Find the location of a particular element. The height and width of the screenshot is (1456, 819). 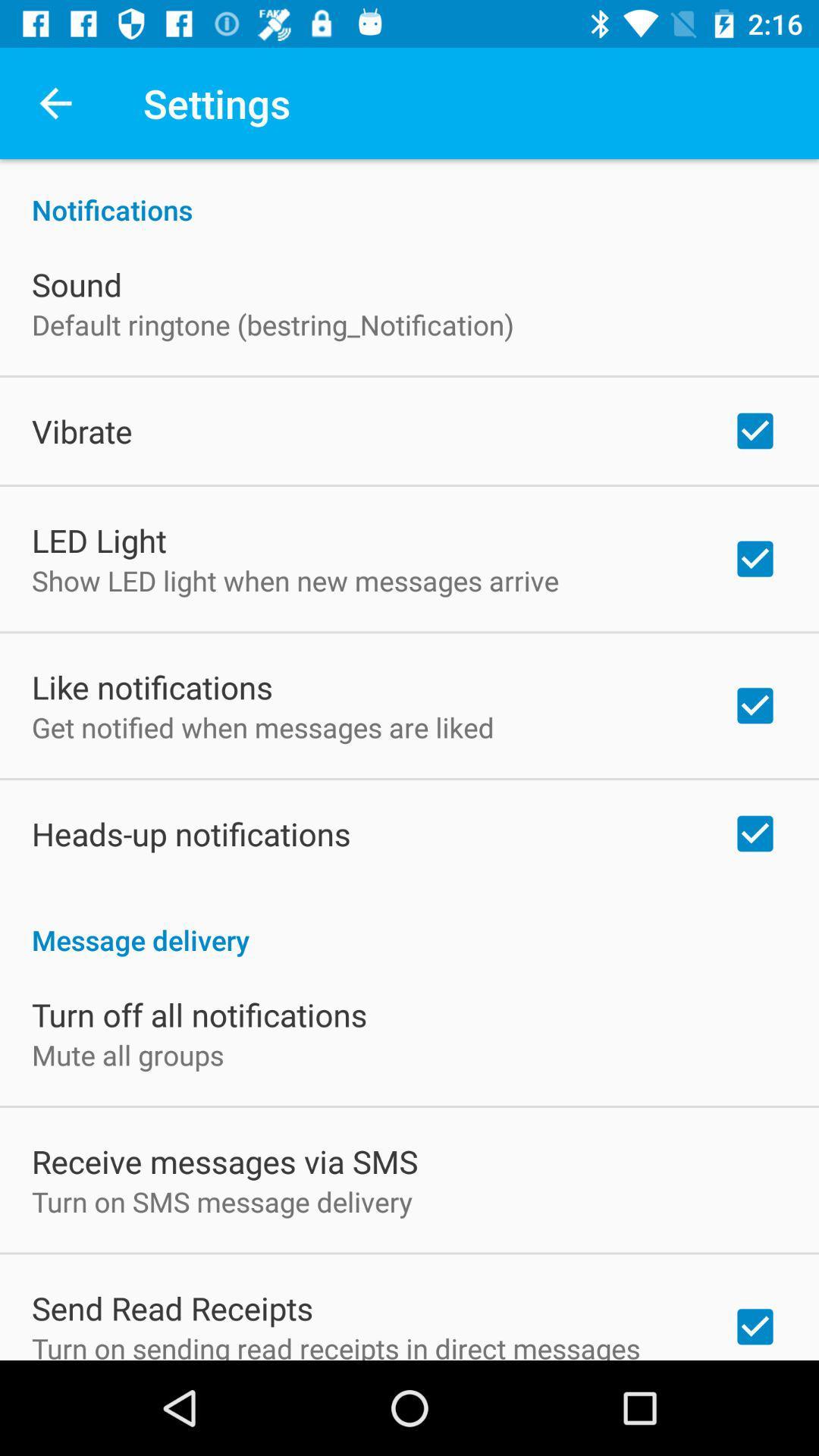

item below the show led light icon is located at coordinates (152, 686).